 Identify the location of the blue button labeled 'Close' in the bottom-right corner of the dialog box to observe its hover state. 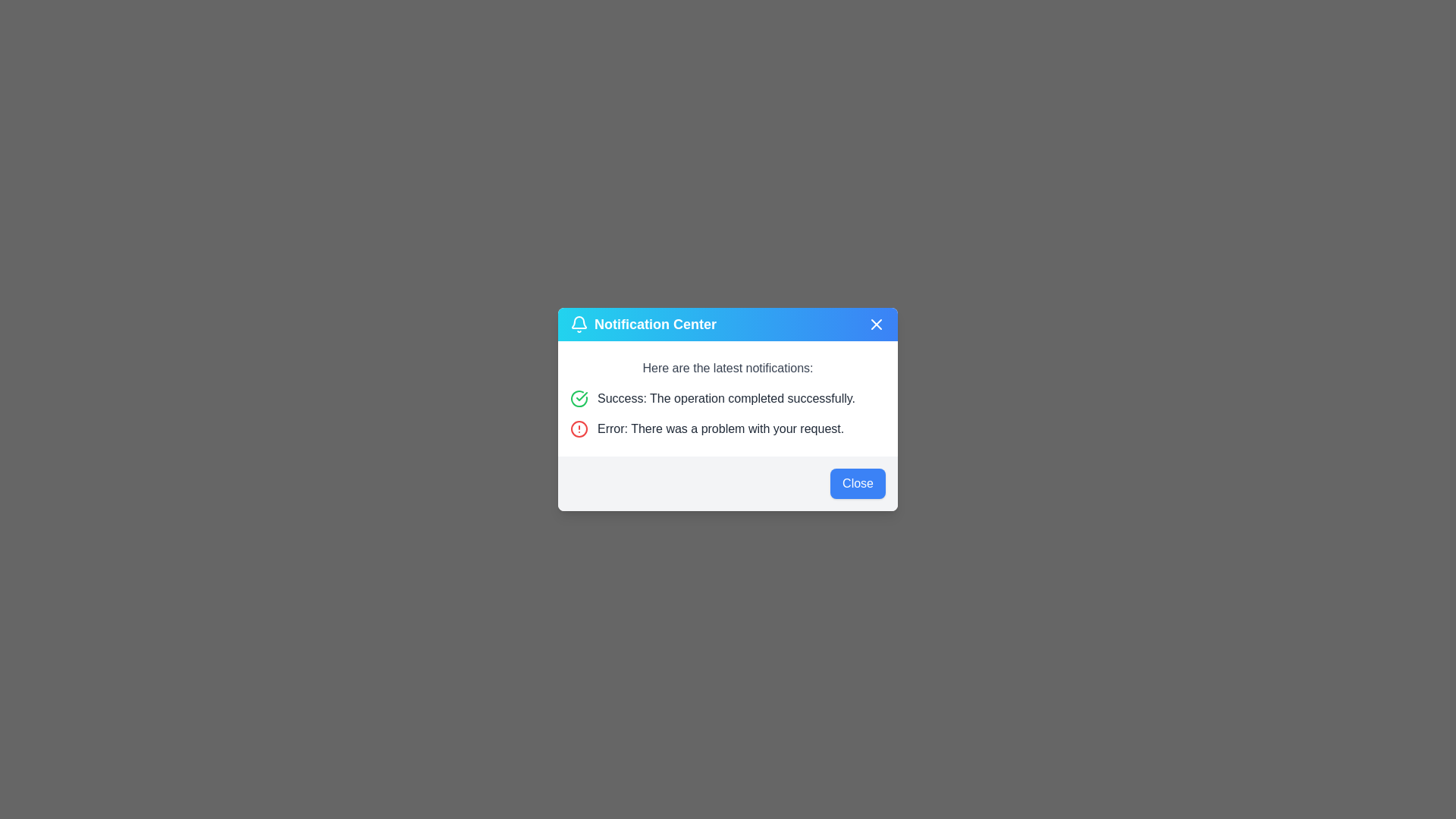
(858, 483).